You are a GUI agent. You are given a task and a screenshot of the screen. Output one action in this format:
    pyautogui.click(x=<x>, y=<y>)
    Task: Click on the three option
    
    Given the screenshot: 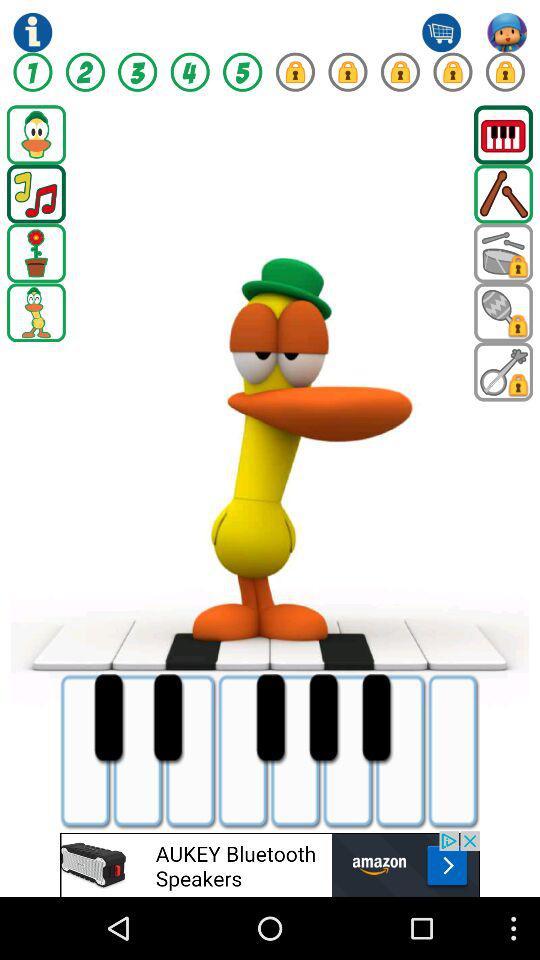 What is the action you would take?
    pyautogui.click(x=136, y=72)
    